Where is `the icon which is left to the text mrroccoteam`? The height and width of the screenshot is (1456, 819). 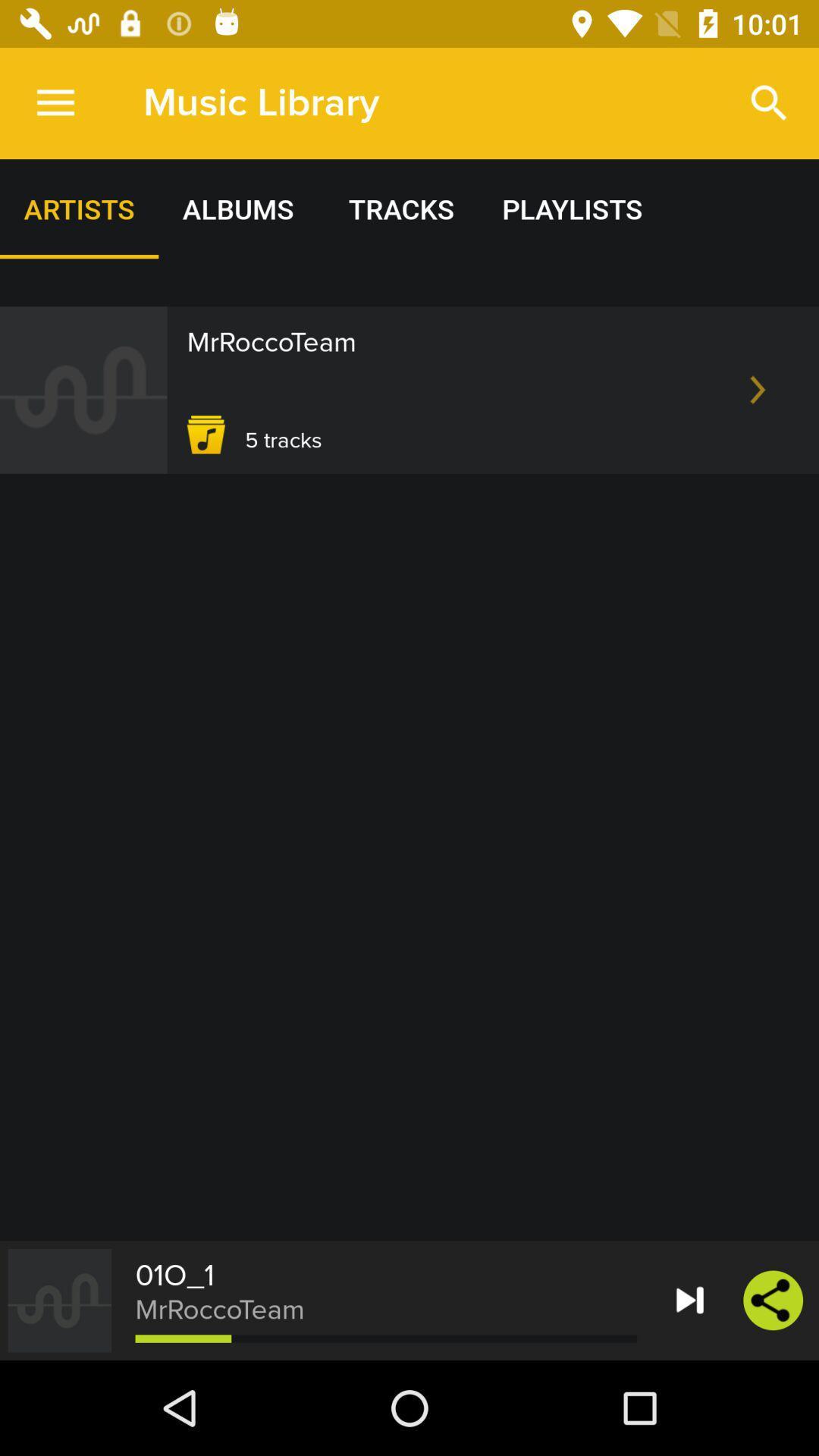
the icon which is left to the text mrroccoteam is located at coordinates (58, 1300).